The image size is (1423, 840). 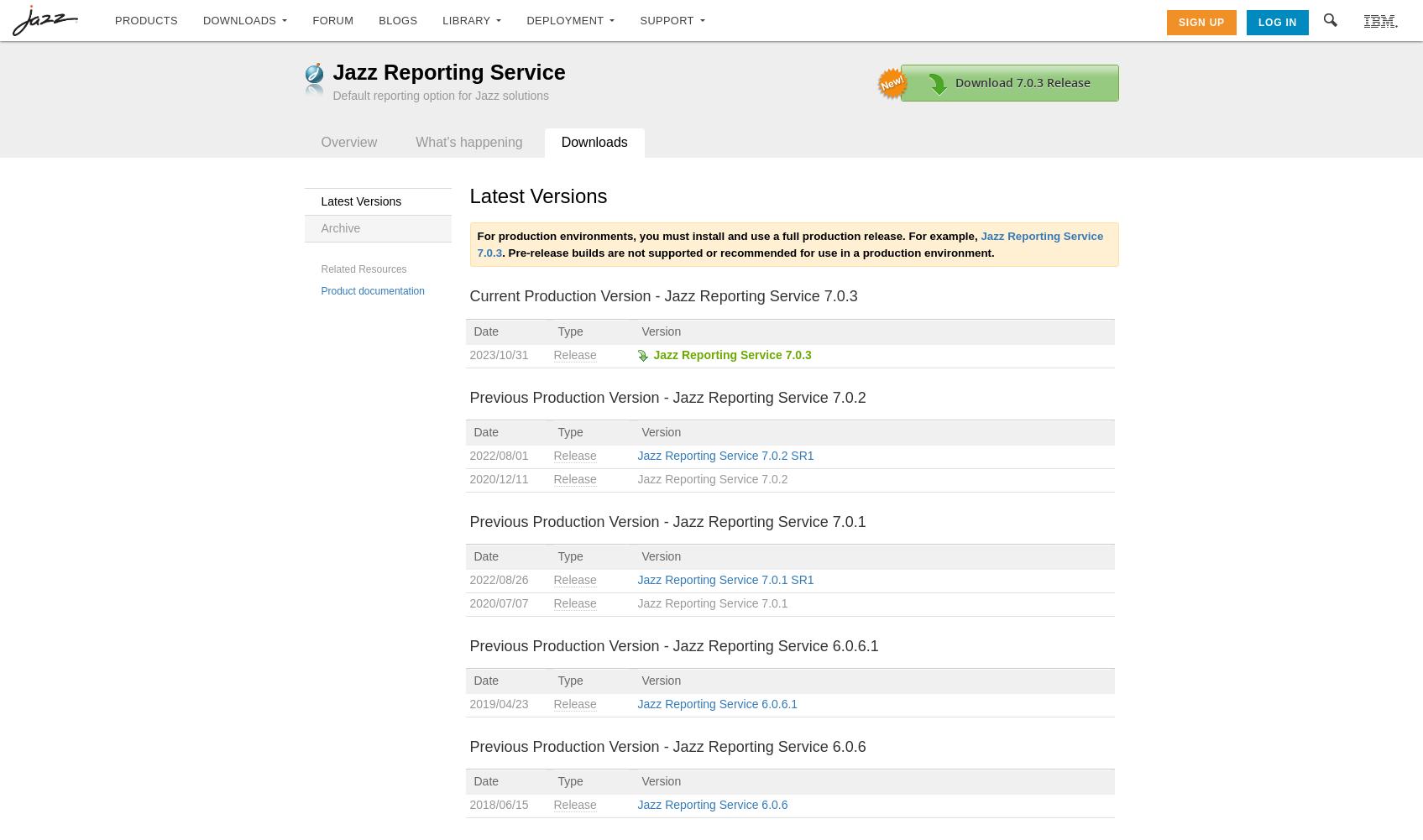 I want to click on '2020/12/11', so click(x=497, y=477).